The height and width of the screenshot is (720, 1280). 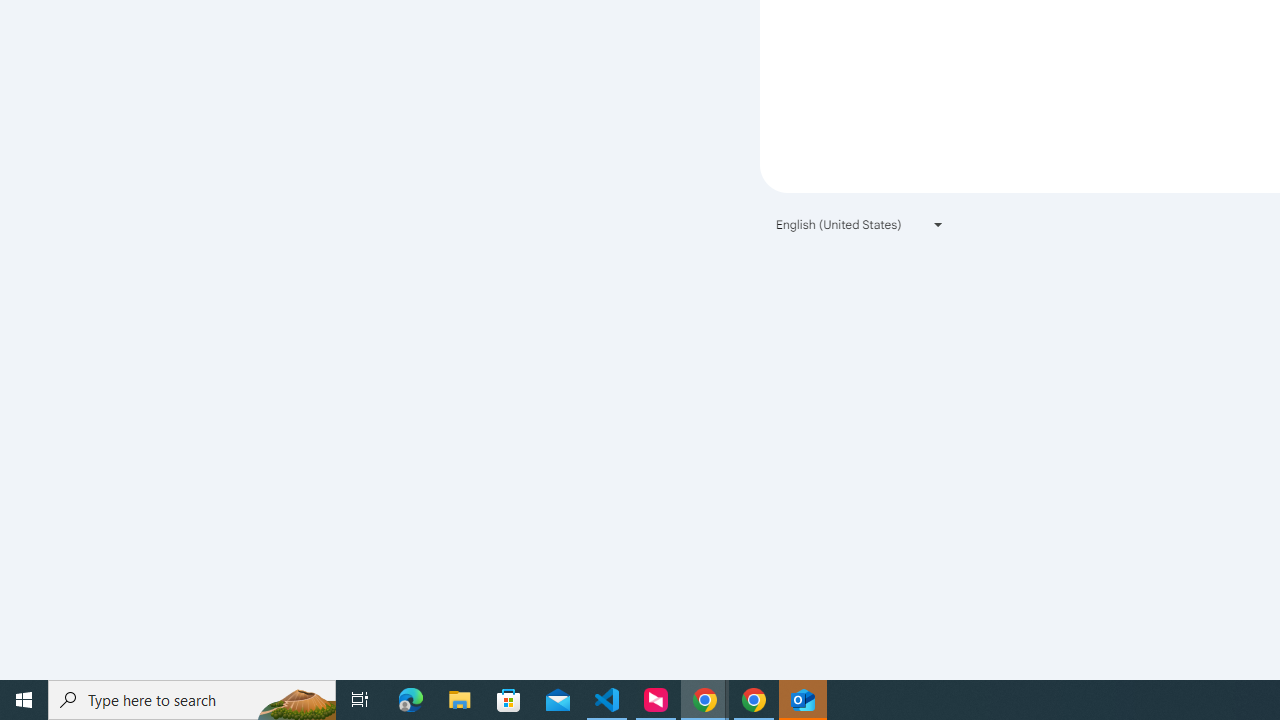 I want to click on 'English (United States)', so click(x=860, y=224).